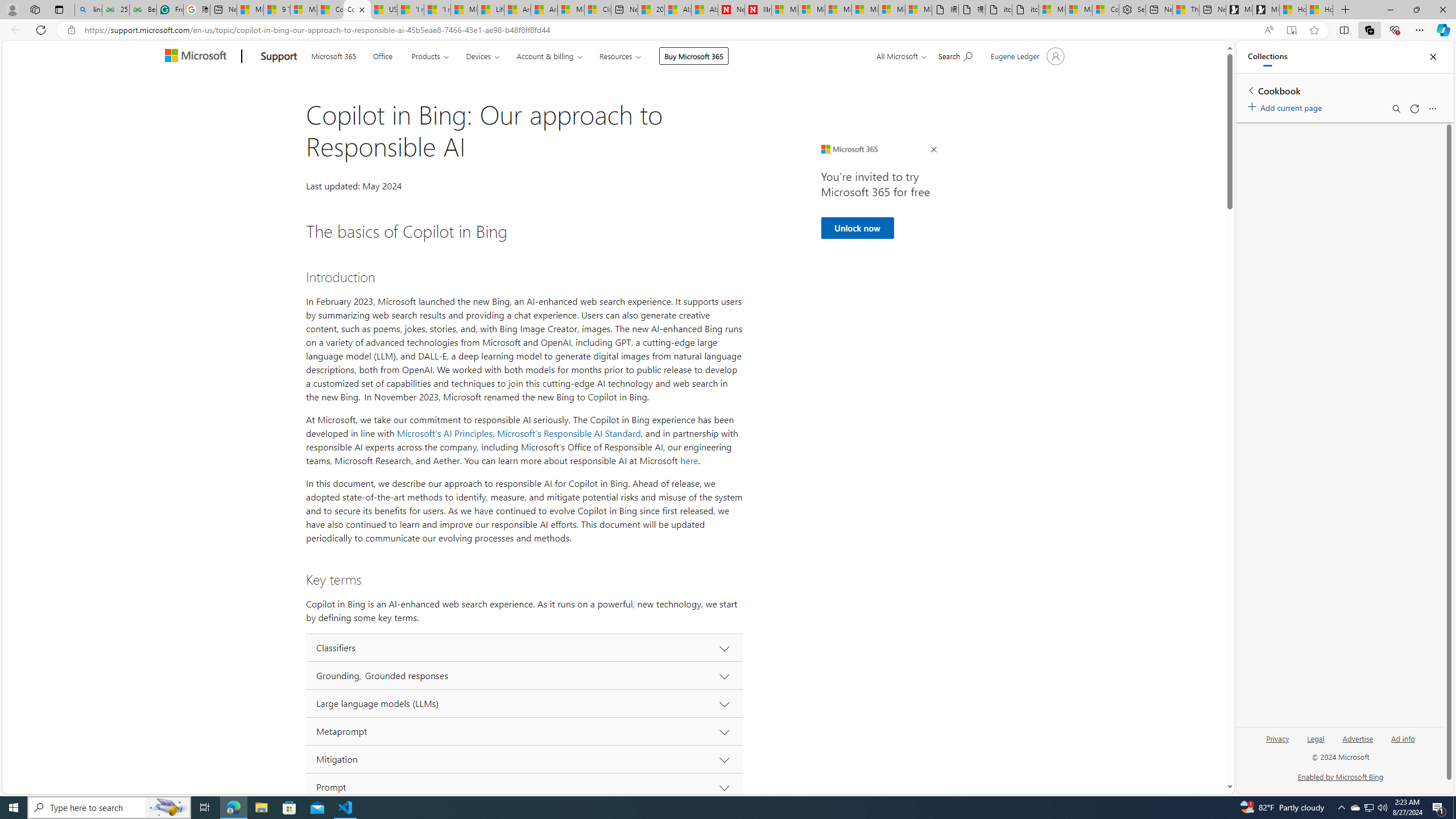 This screenshot has width=1456, height=819. I want to click on 'USA TODAY - MSN', so click(383, 9).